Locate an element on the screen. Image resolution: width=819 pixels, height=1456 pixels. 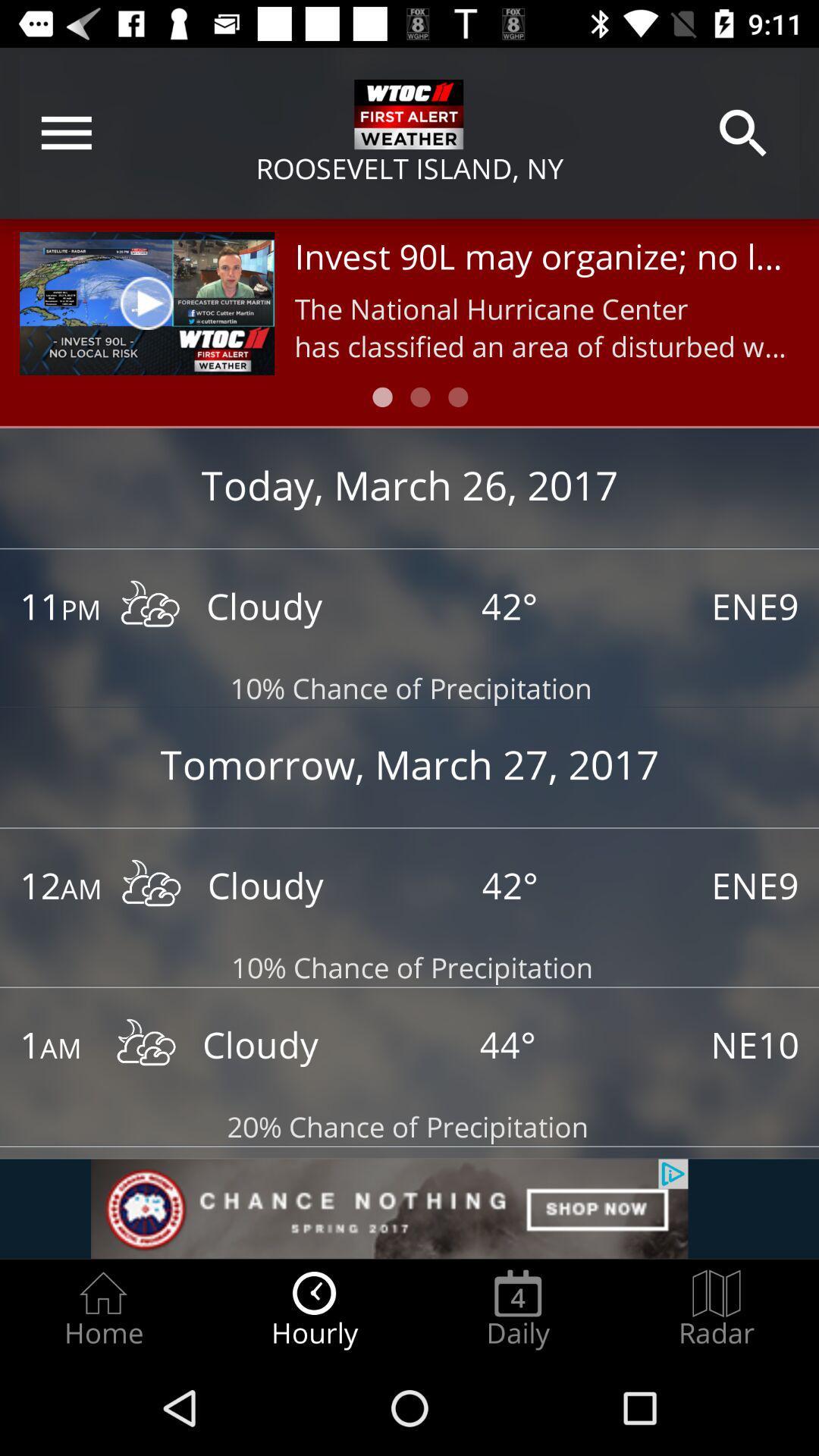
the item next to the hourly radio button is located at coordinates (102, 1309).